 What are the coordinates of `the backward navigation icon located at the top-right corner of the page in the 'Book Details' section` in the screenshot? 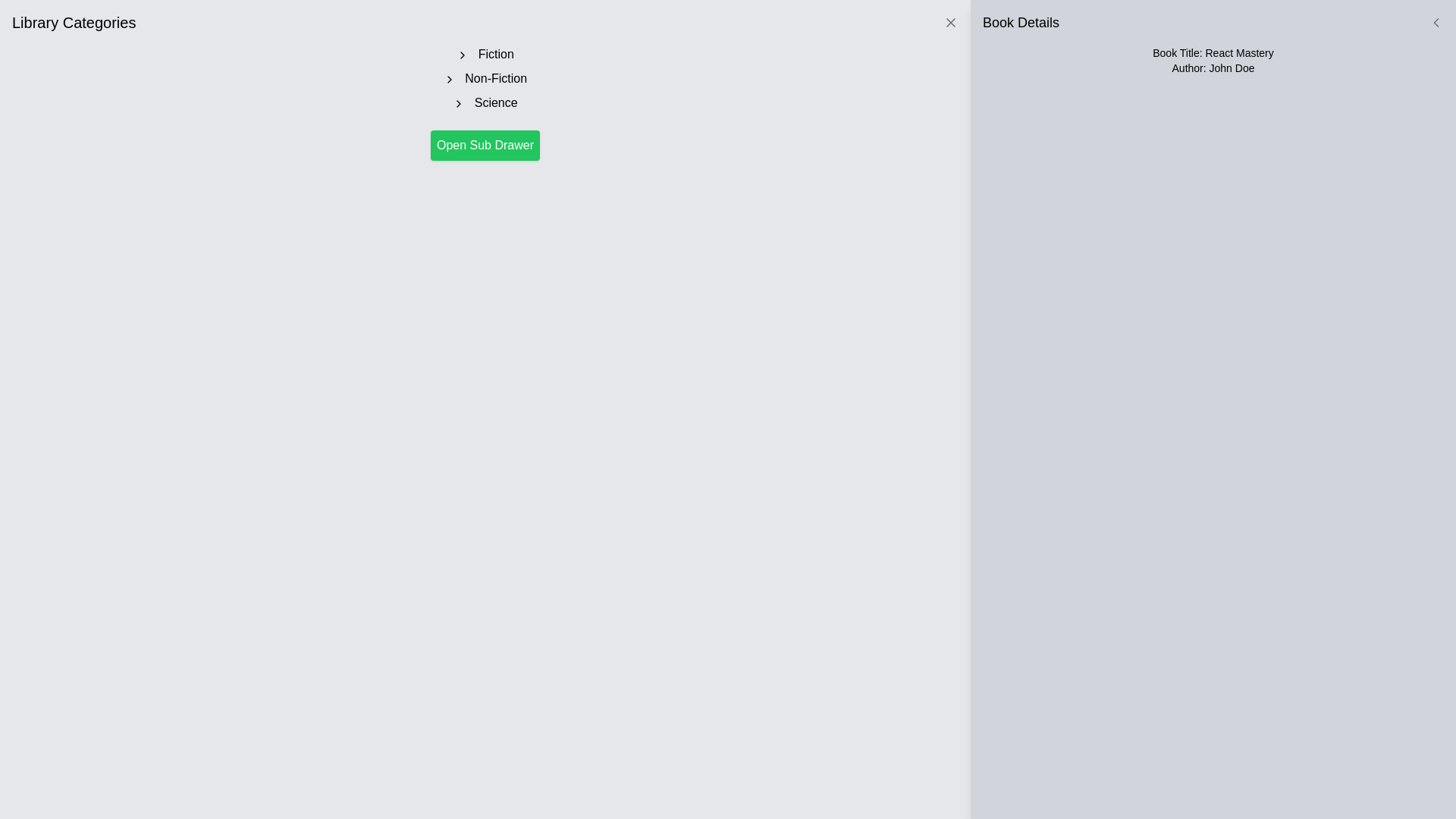 It's located at (1436, 23).